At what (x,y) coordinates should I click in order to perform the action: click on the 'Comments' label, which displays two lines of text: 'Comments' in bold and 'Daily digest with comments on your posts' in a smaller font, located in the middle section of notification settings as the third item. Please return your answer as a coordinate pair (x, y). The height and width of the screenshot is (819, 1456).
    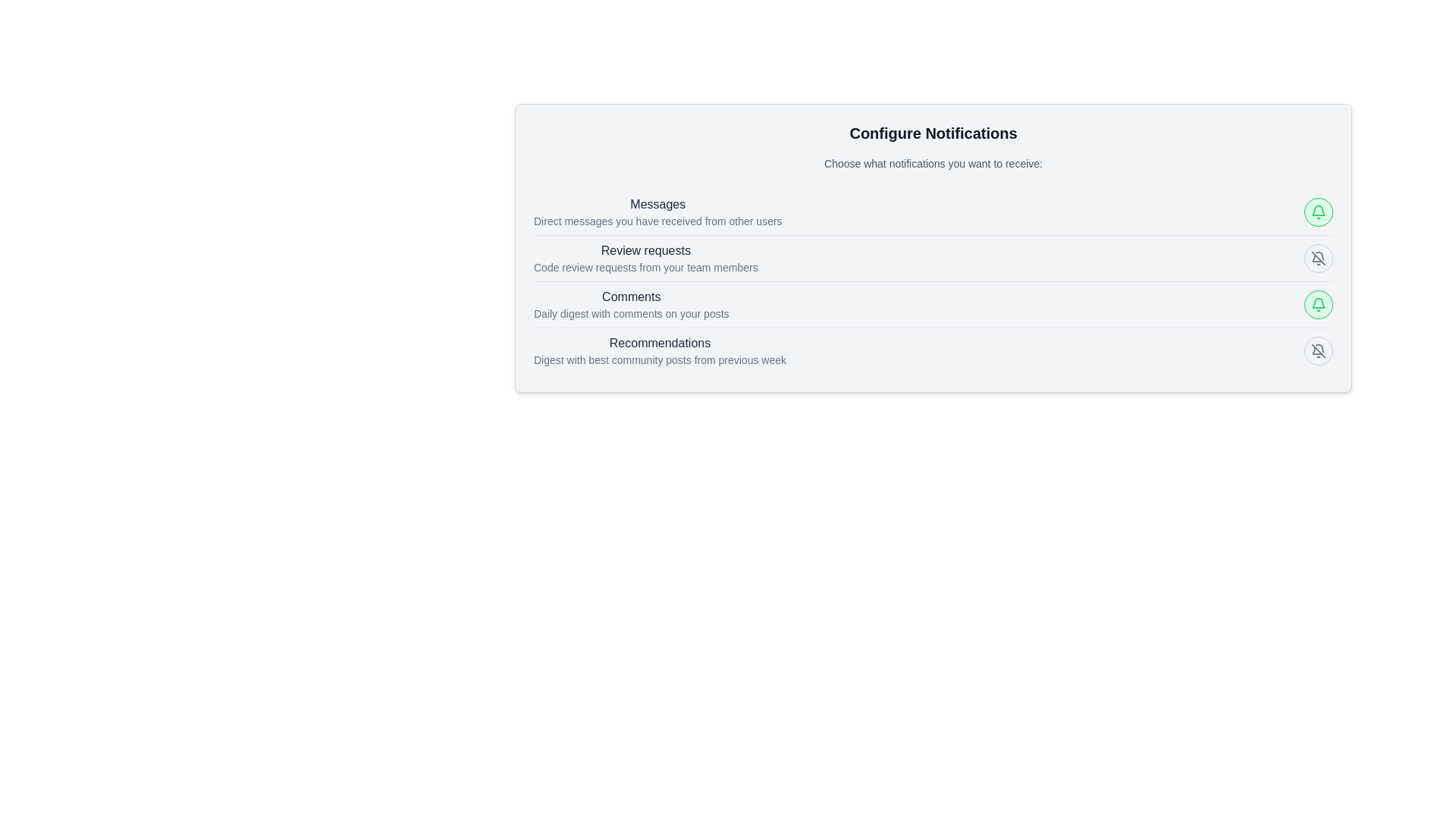
    Looking at the image, I should click on (631, 304).